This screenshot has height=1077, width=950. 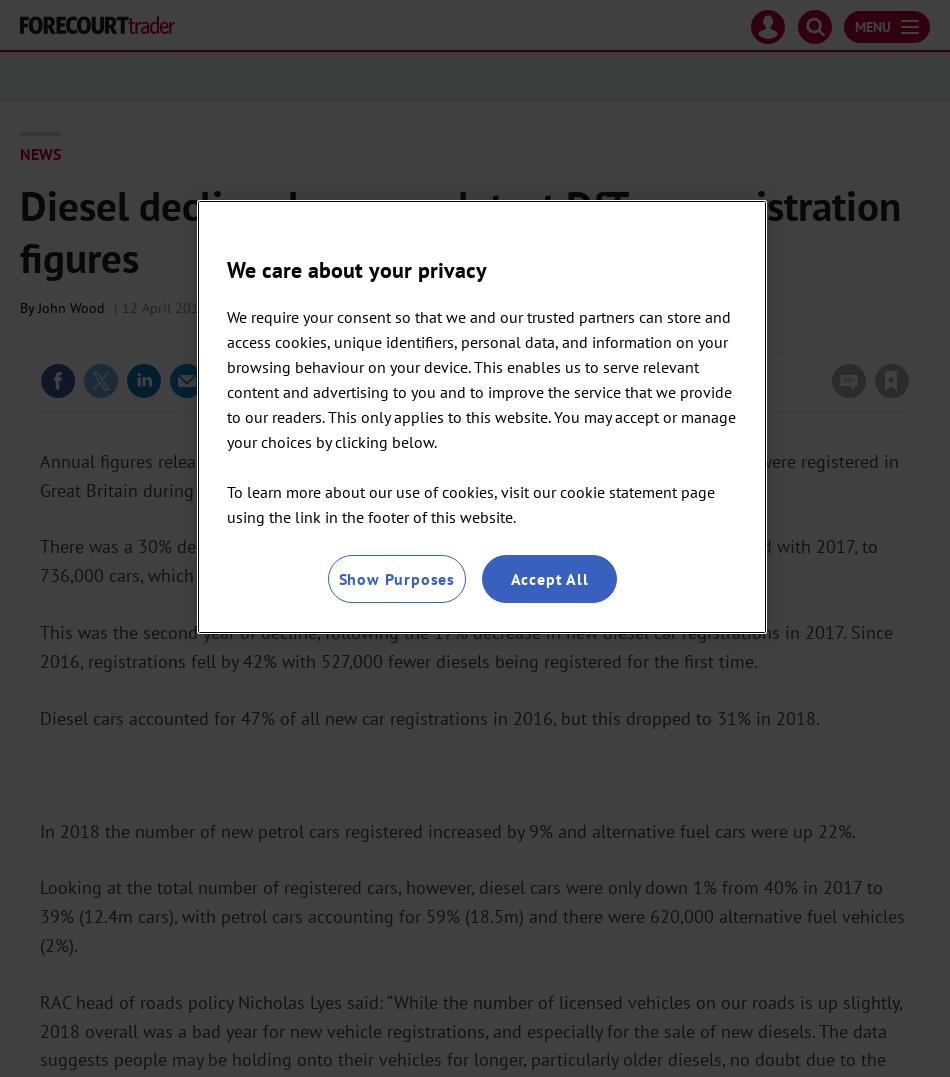 What do you see at coordinates (458, 561) in the screenshot?
I see `'There was a 30% decline in the number of new diesel cars being registered in 2018 compared with 2017, to 736,000 cars, which is below the 2008/09 recession dip and similar to 2003 registrations.'` at bounding box center [458, 561].